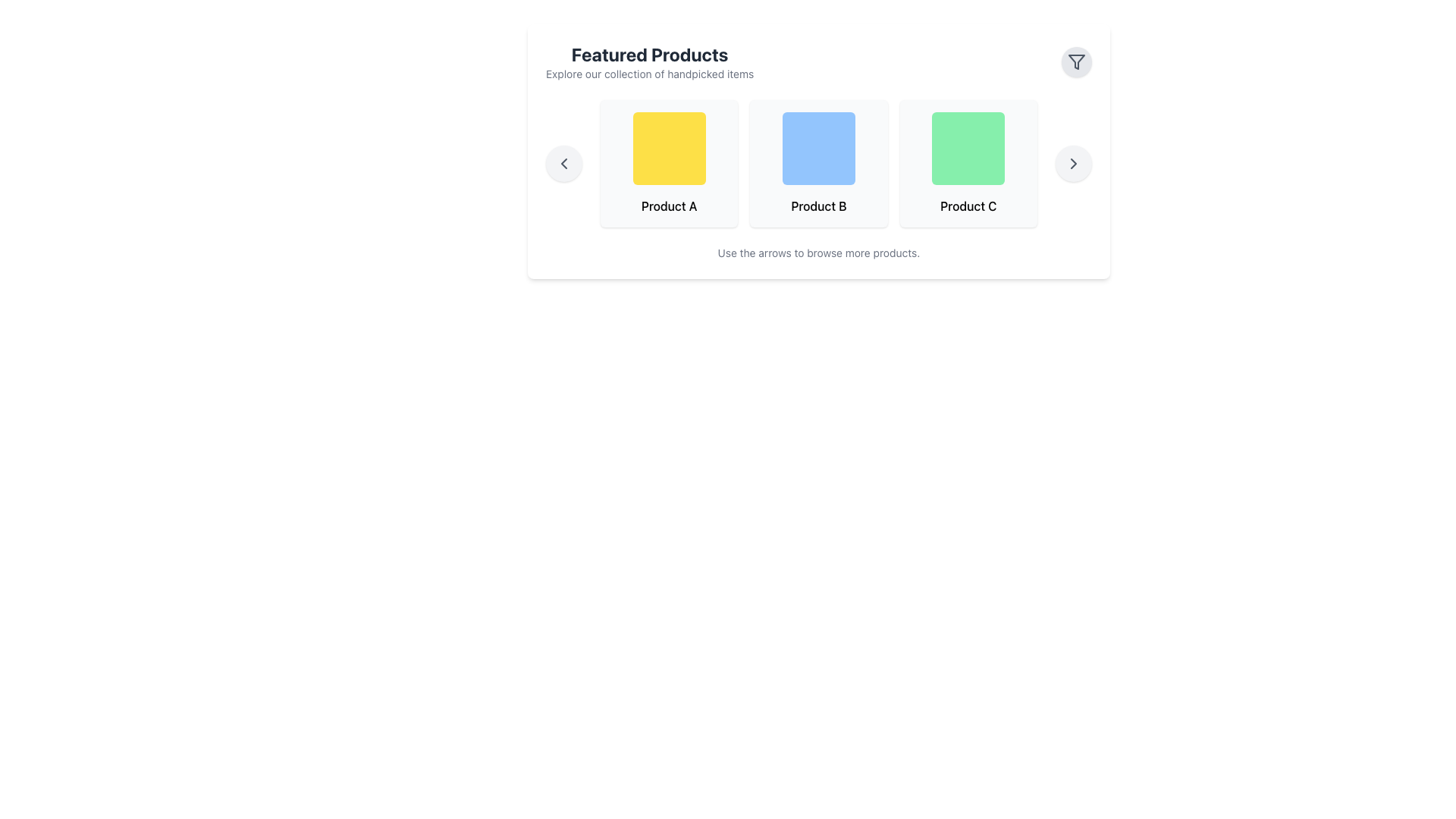  Describe the element at coordinates (968, 206) in the screenshot. I see `the text label that identifies 'Product C', located in the lower part of the card layout below the green box representing 'Product C'` at that location.